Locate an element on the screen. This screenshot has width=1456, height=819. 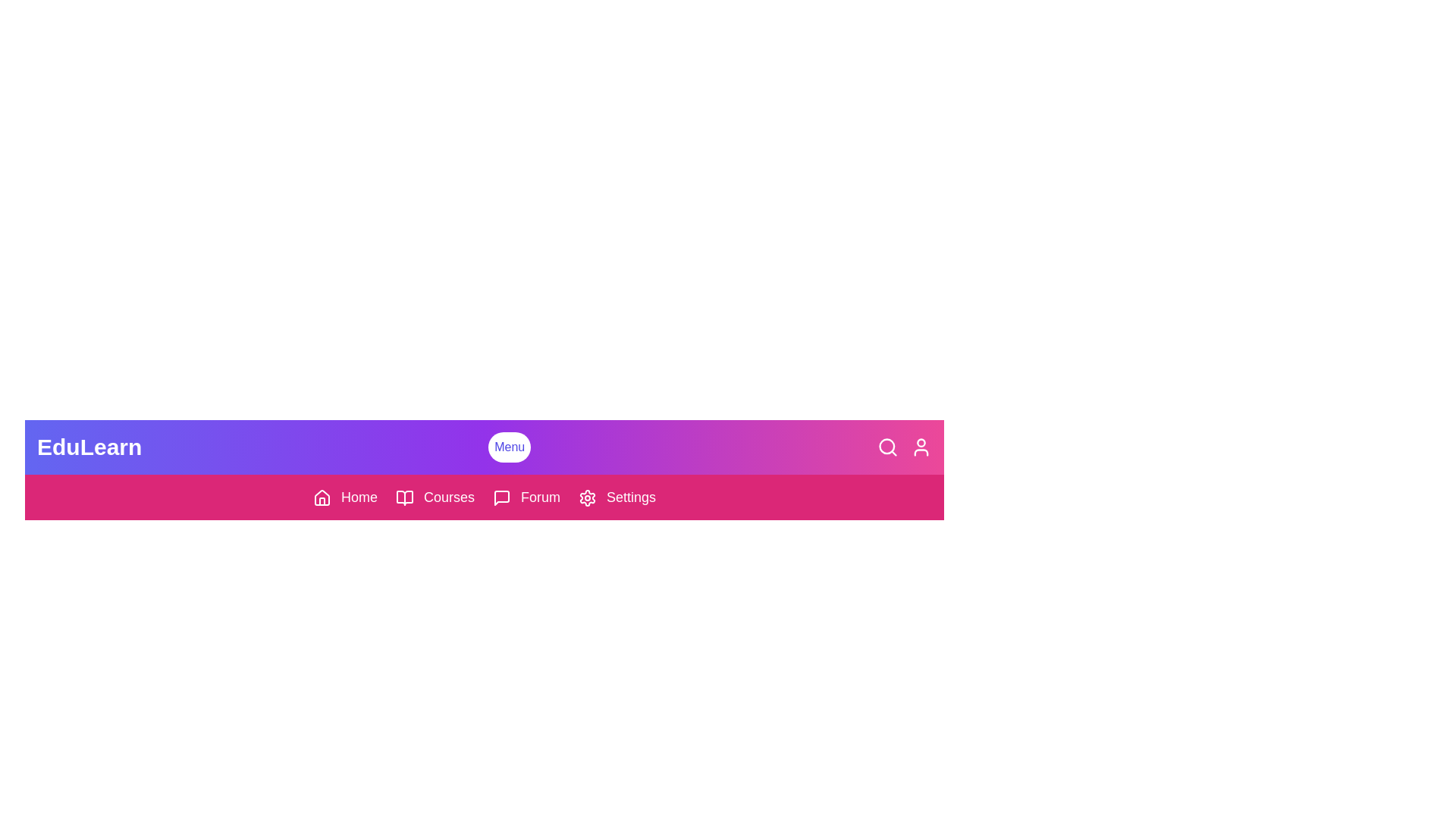
the 'Profile' icon in the app bar is located at coordinates (920, 447).